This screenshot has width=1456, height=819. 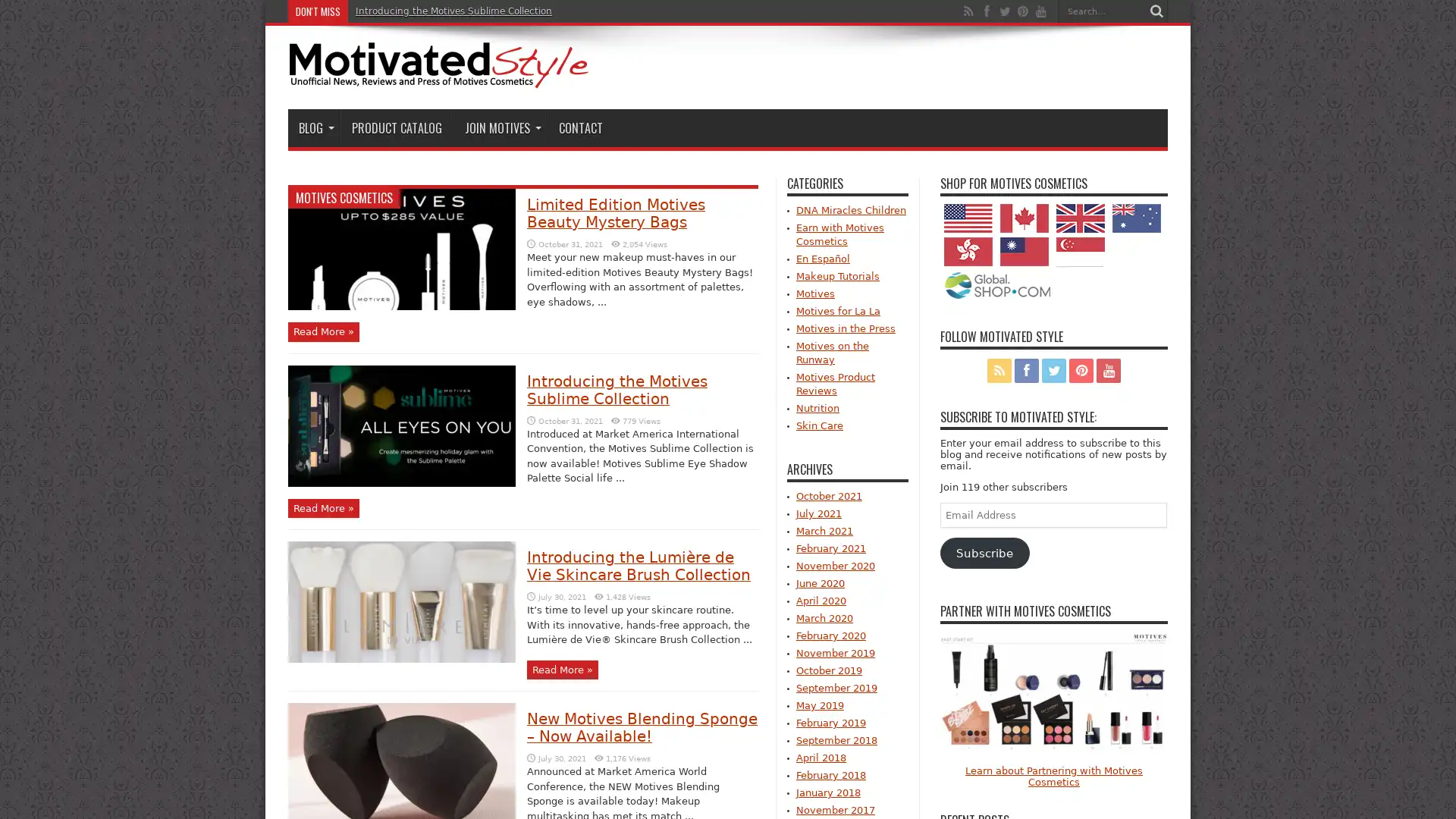 What do you see at coordinates (984, 553) in the screenshot?
I see `Subscribe` at bounding box center [984, 553].